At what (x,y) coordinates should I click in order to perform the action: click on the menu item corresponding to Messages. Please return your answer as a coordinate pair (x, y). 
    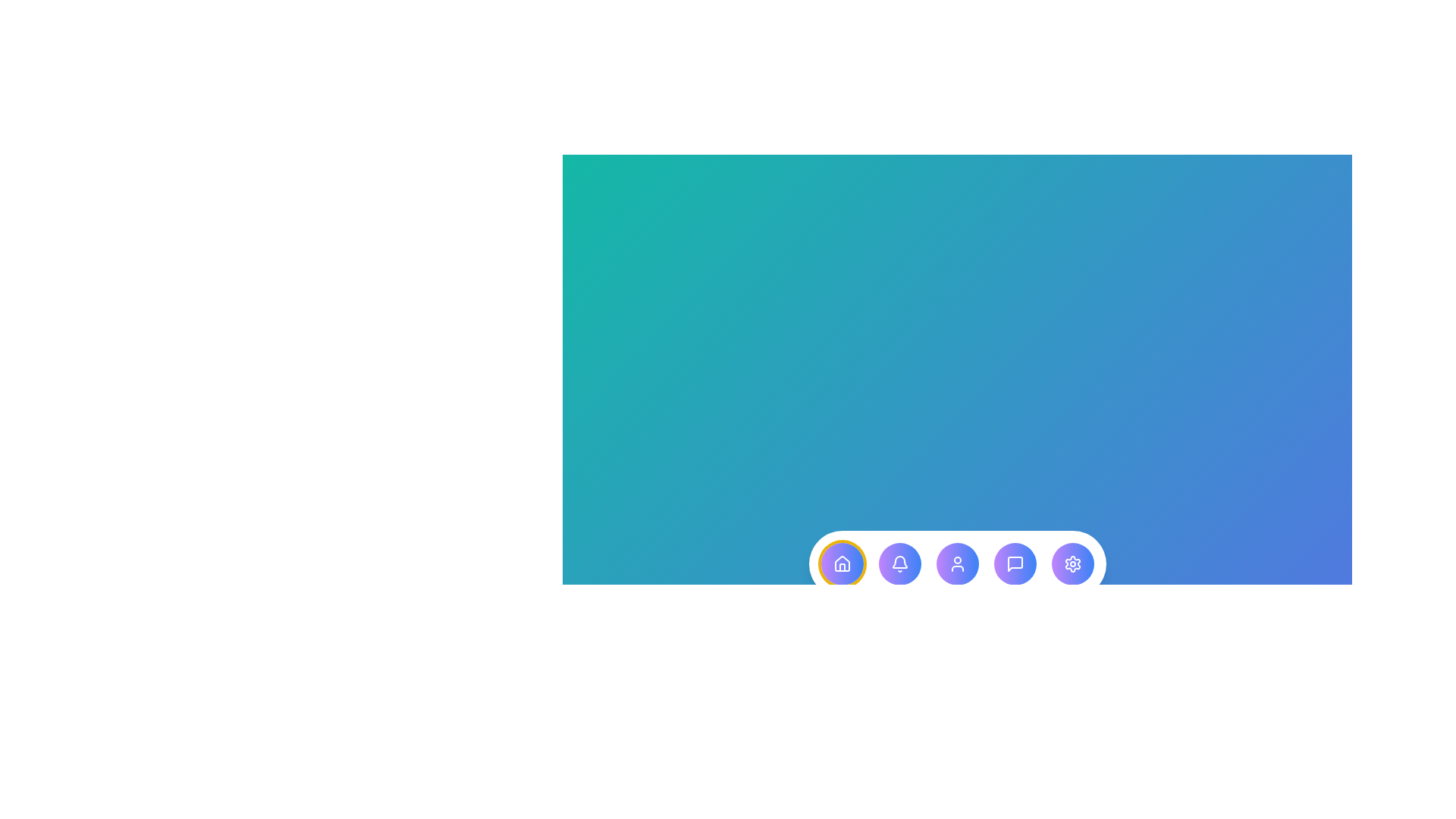
    Looking at the image, I should click on (1015, 564).